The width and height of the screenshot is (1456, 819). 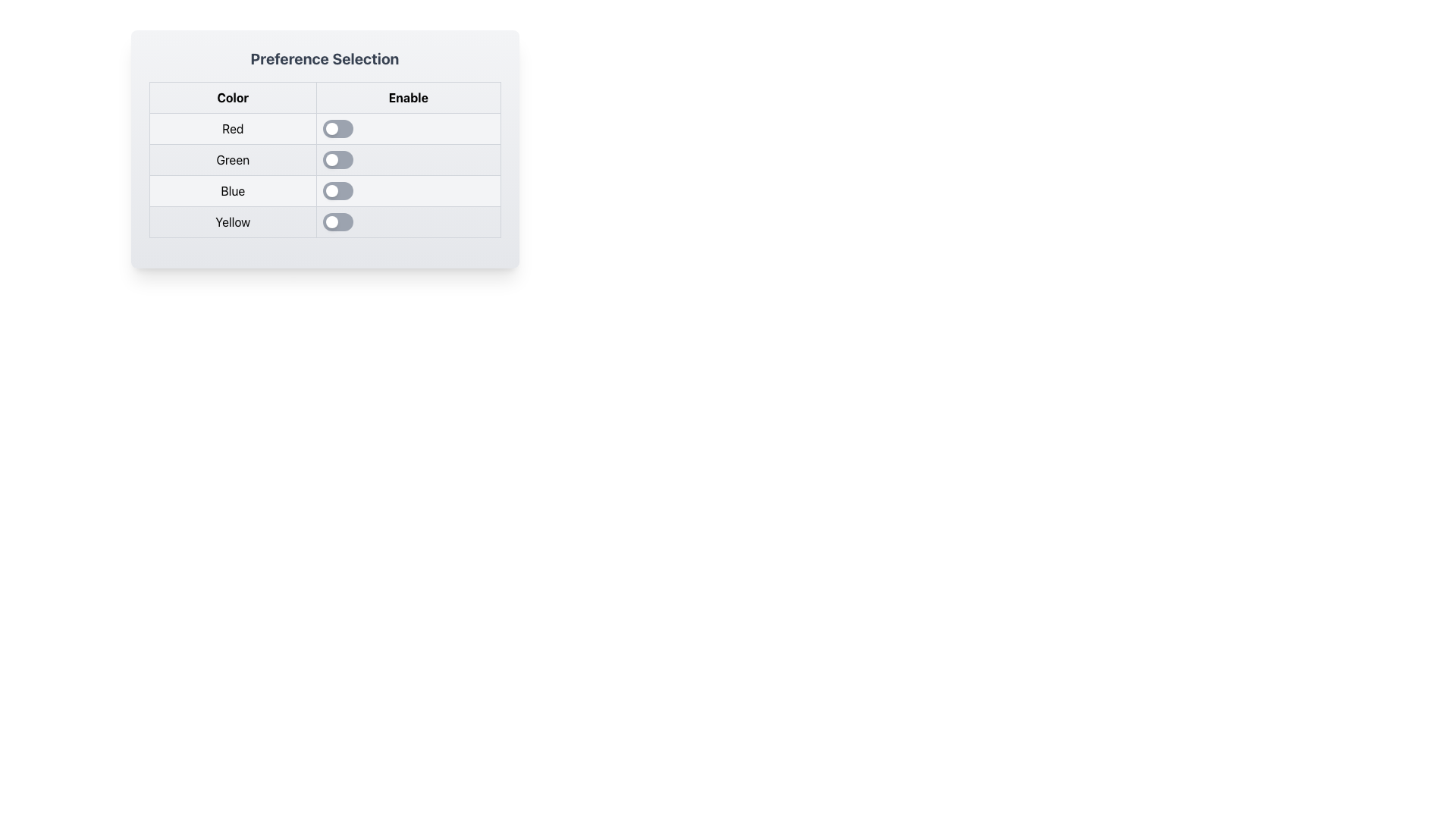 What do you see at coordinates (324, 160) in the screenshot?
I see `the white knob of the toggle switch for 'Green' preference` at bounding box center [324, 160].